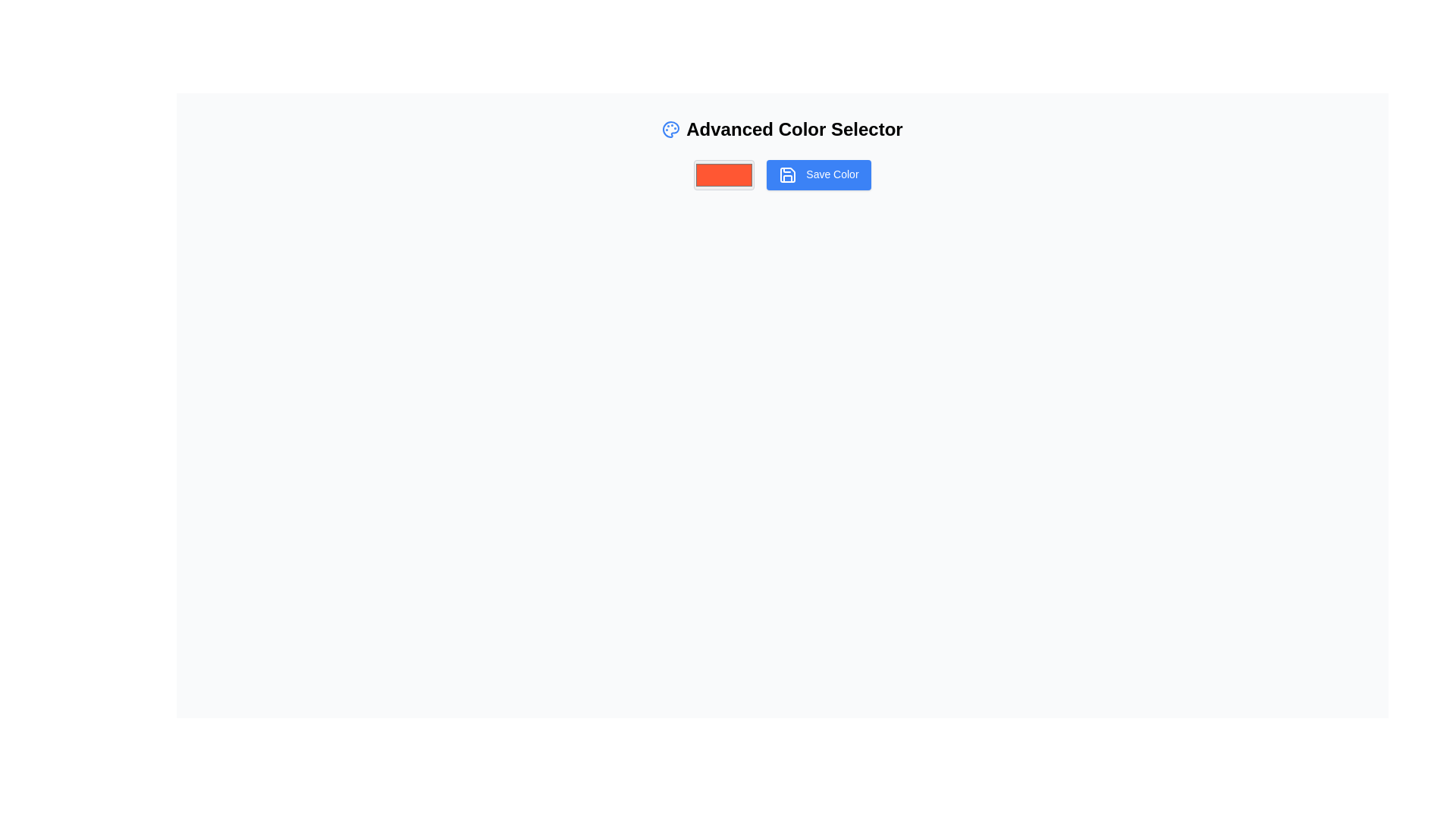  What do you see at coordinates (818, 174) in the screenshot?
I see `the 'Save Color' button, which has a blue background and a floppy disk icon` at bounding box center [818, 174].